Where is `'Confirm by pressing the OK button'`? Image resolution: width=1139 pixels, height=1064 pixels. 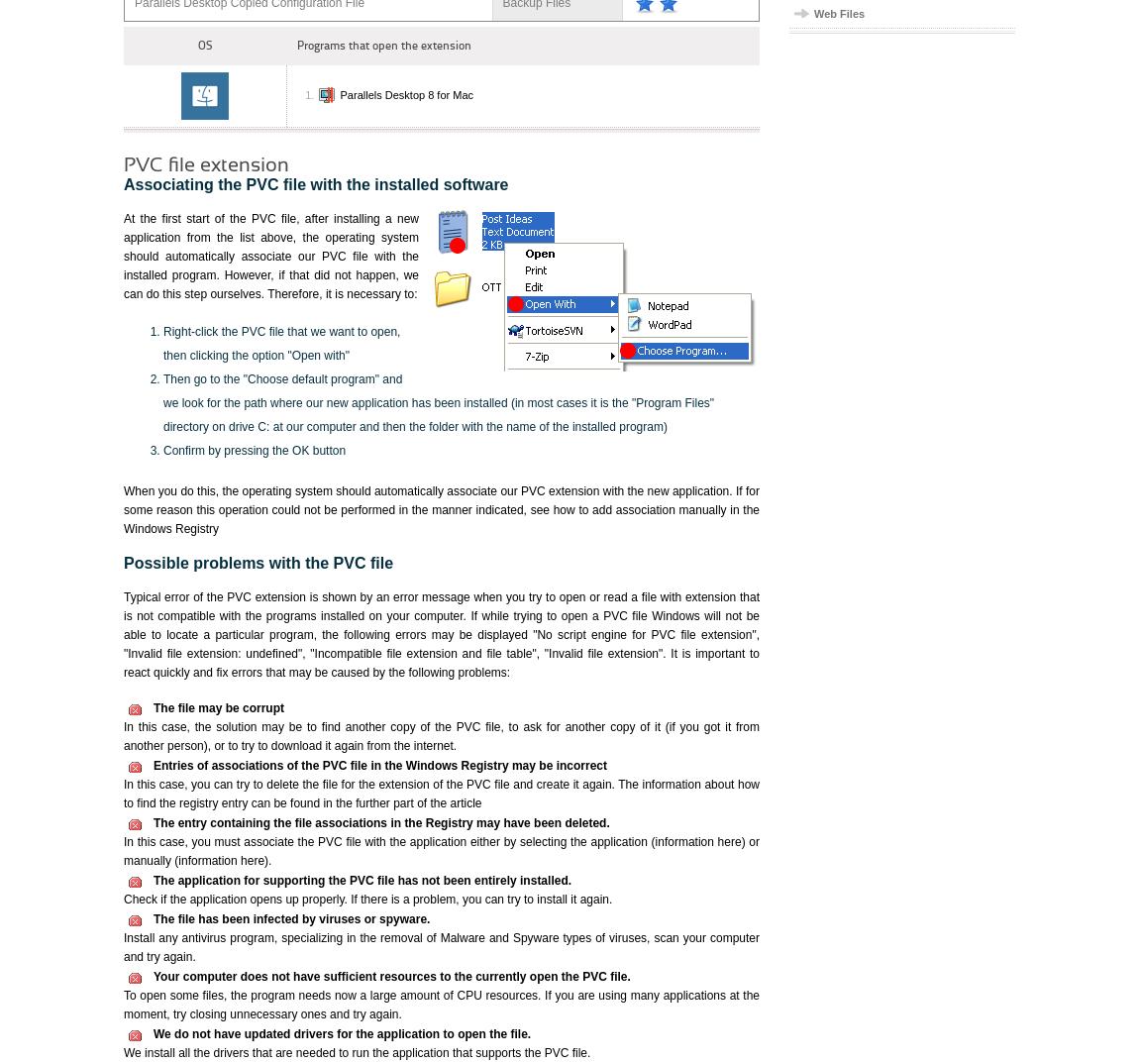 'Confirm by pressing the OK button' is located at coordinates (254, 449).